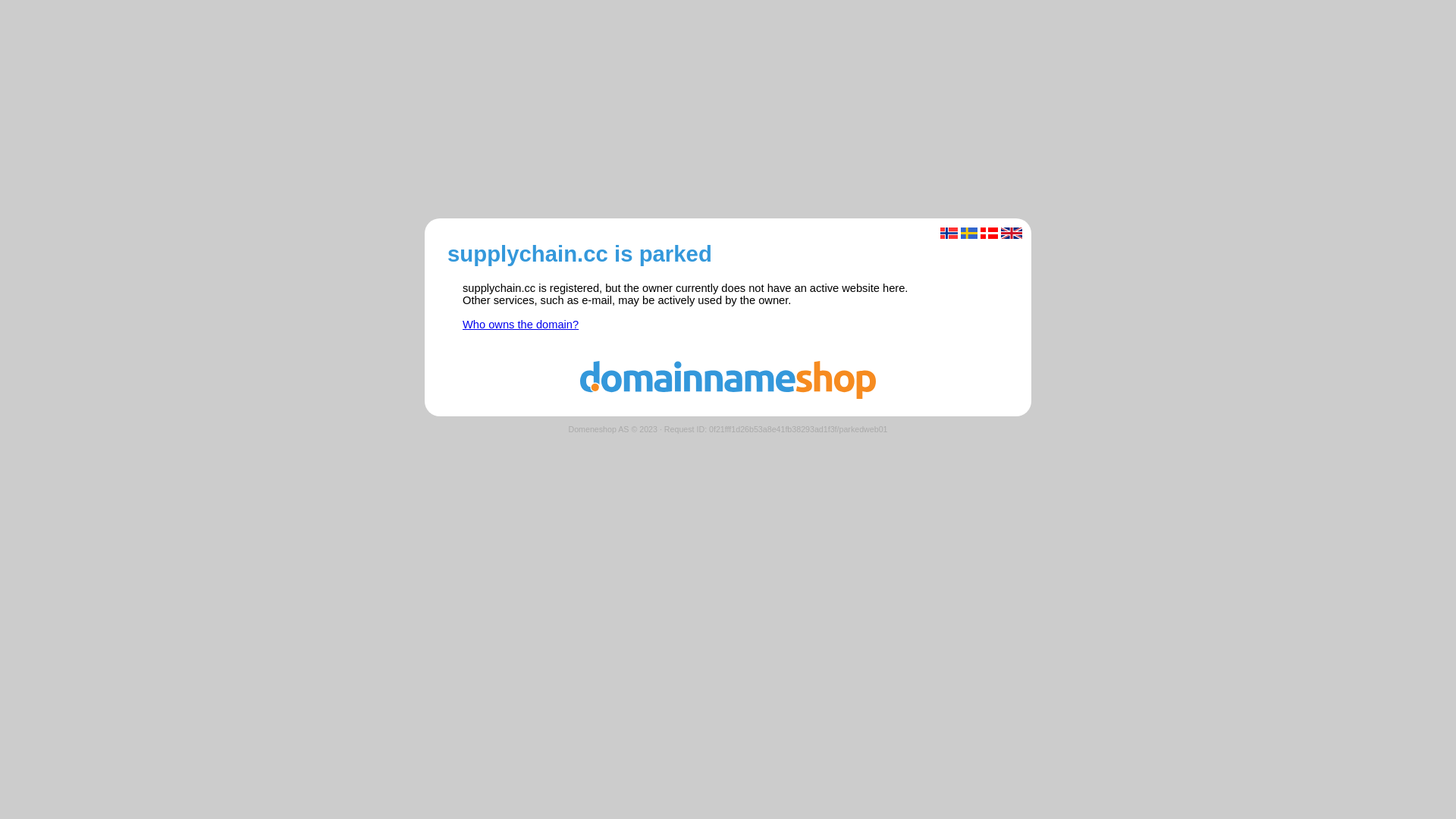 The height and width of the screenshot is (819, 1456). What do you see at coordinates (968, 233) in the screenshot?
I see `'Svenska'` at bounding box center [968, 233].